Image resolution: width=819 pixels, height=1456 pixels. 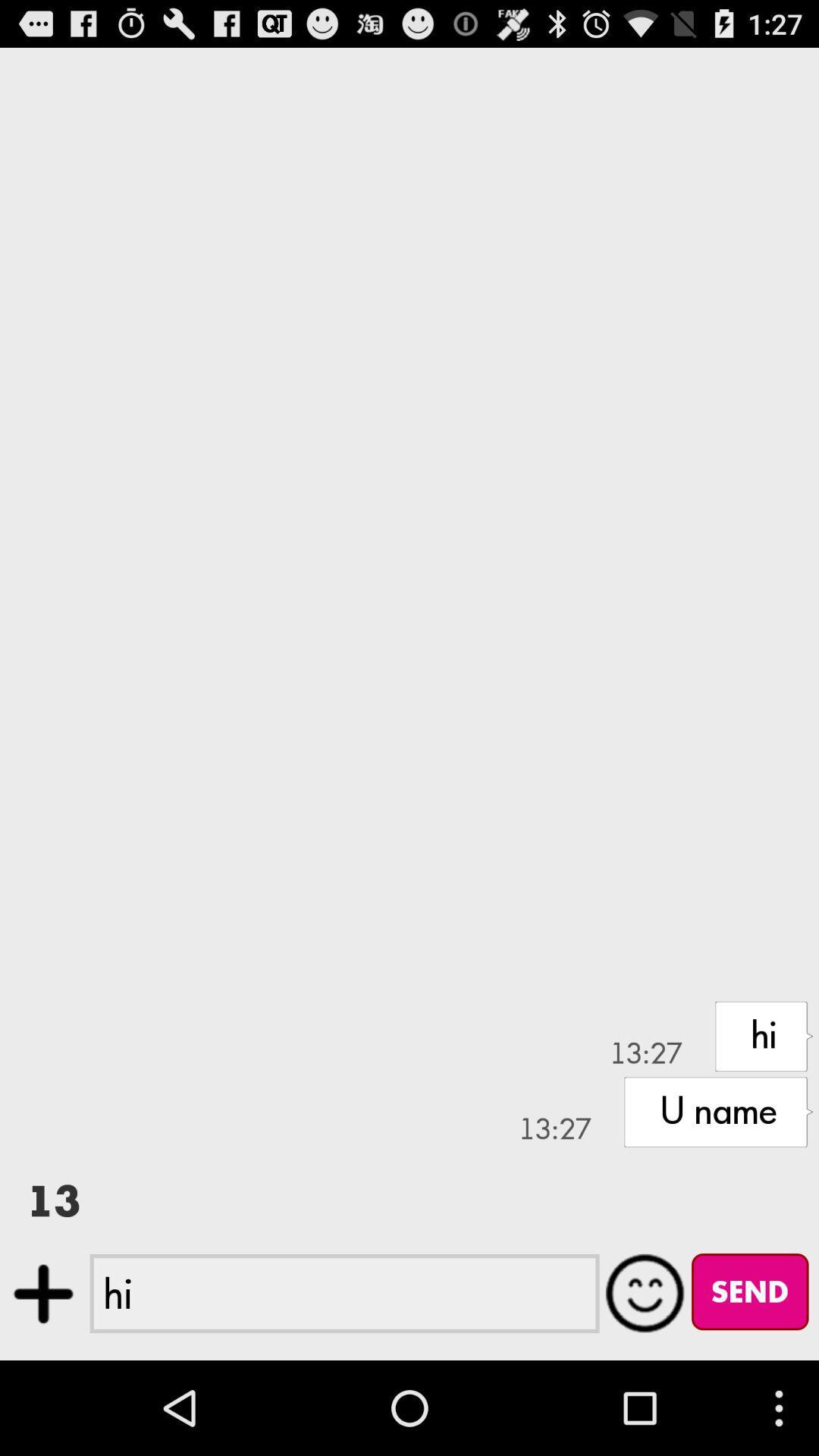 What do you see at coordinates (42, 1385) in the screenshot?
I see `the add icon` at bounding box center [42, 1385].